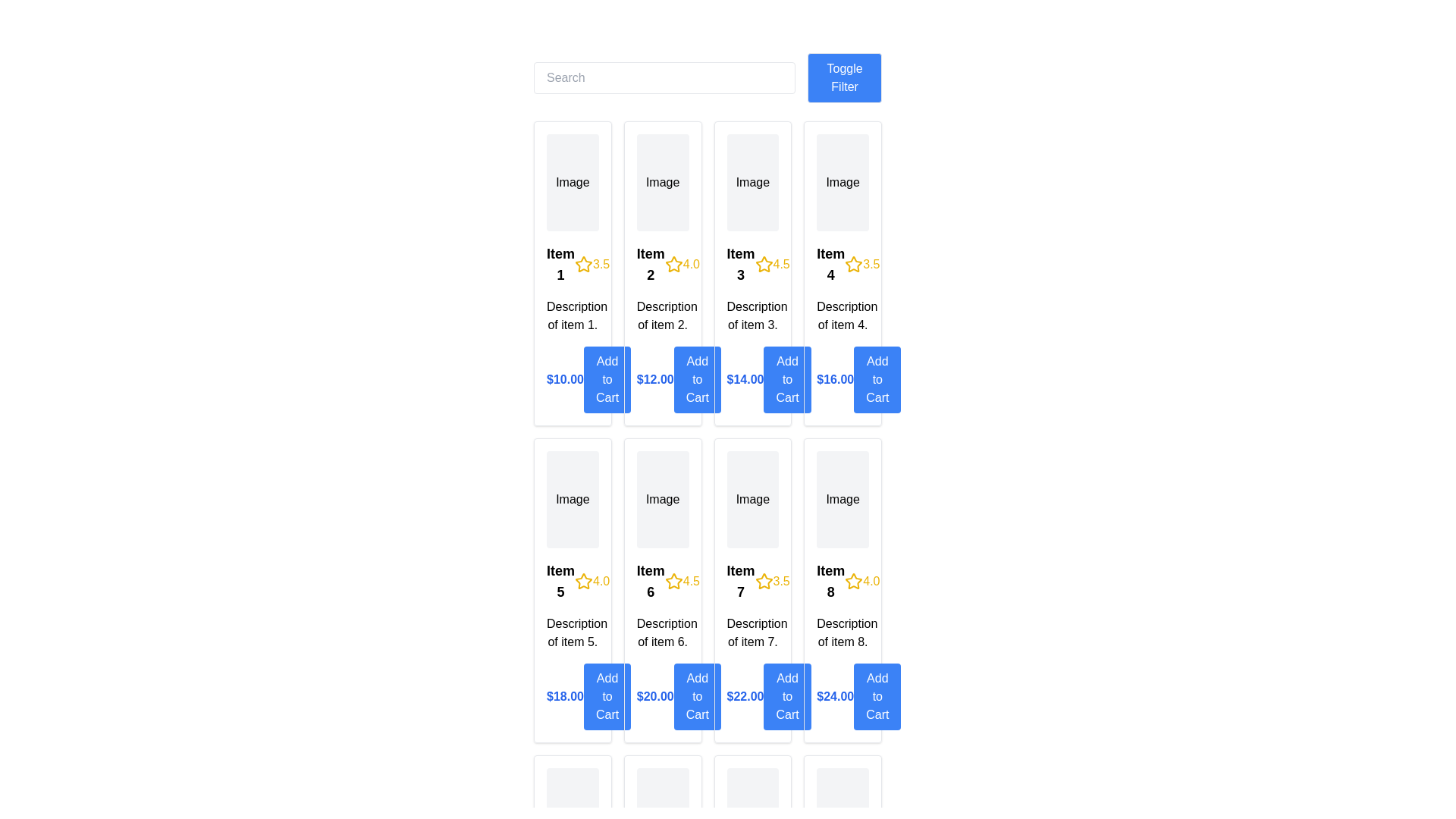 The image size is (1456, 819). I want to click on the Rating display element that consists of a yellow star icon followed by the numerical value '4.5', located on the third column in a grid layout under the 'Item 3' label, so click(772, 263).